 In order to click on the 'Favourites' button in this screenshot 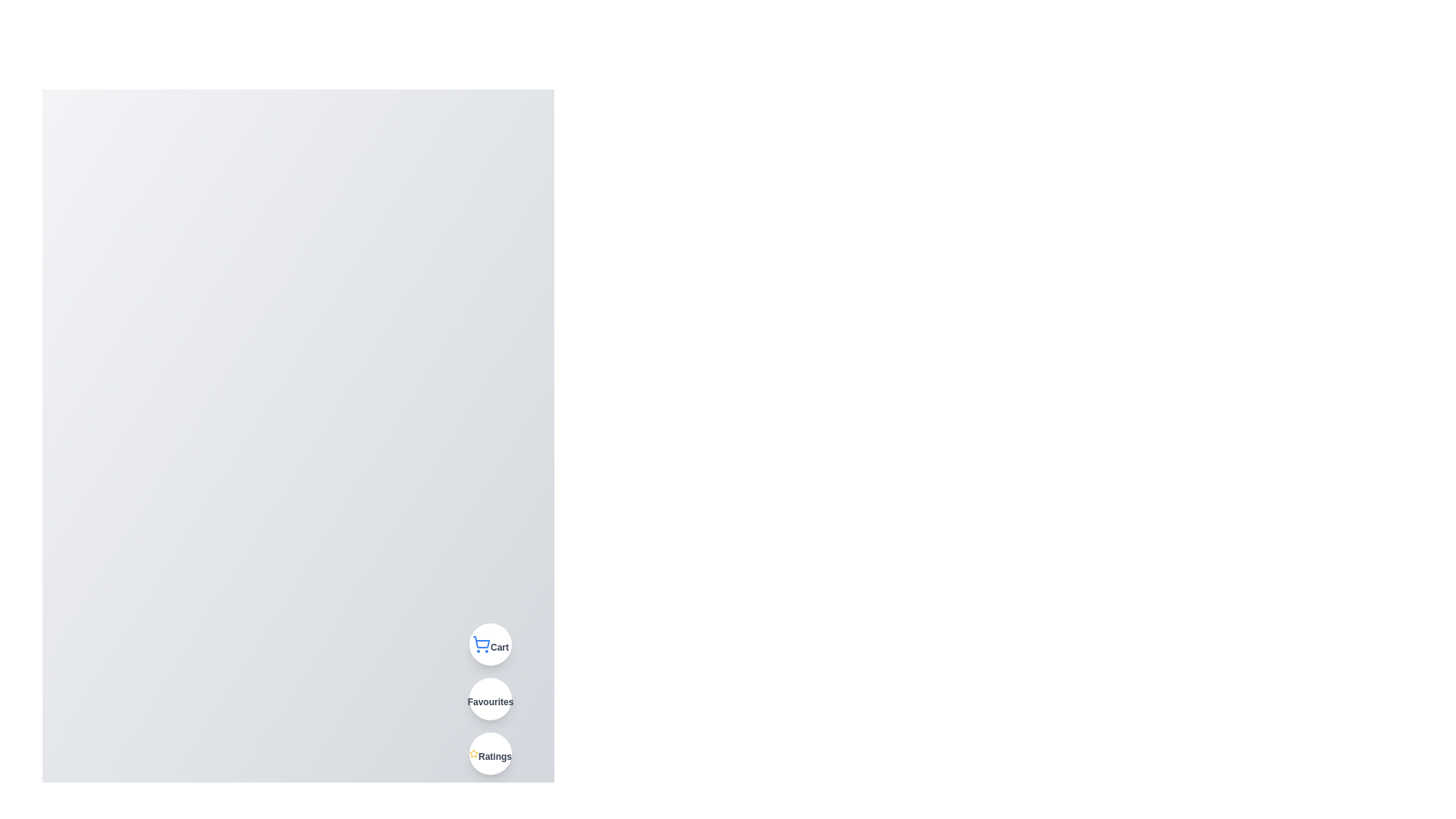, I will do `click(491, 698)`.